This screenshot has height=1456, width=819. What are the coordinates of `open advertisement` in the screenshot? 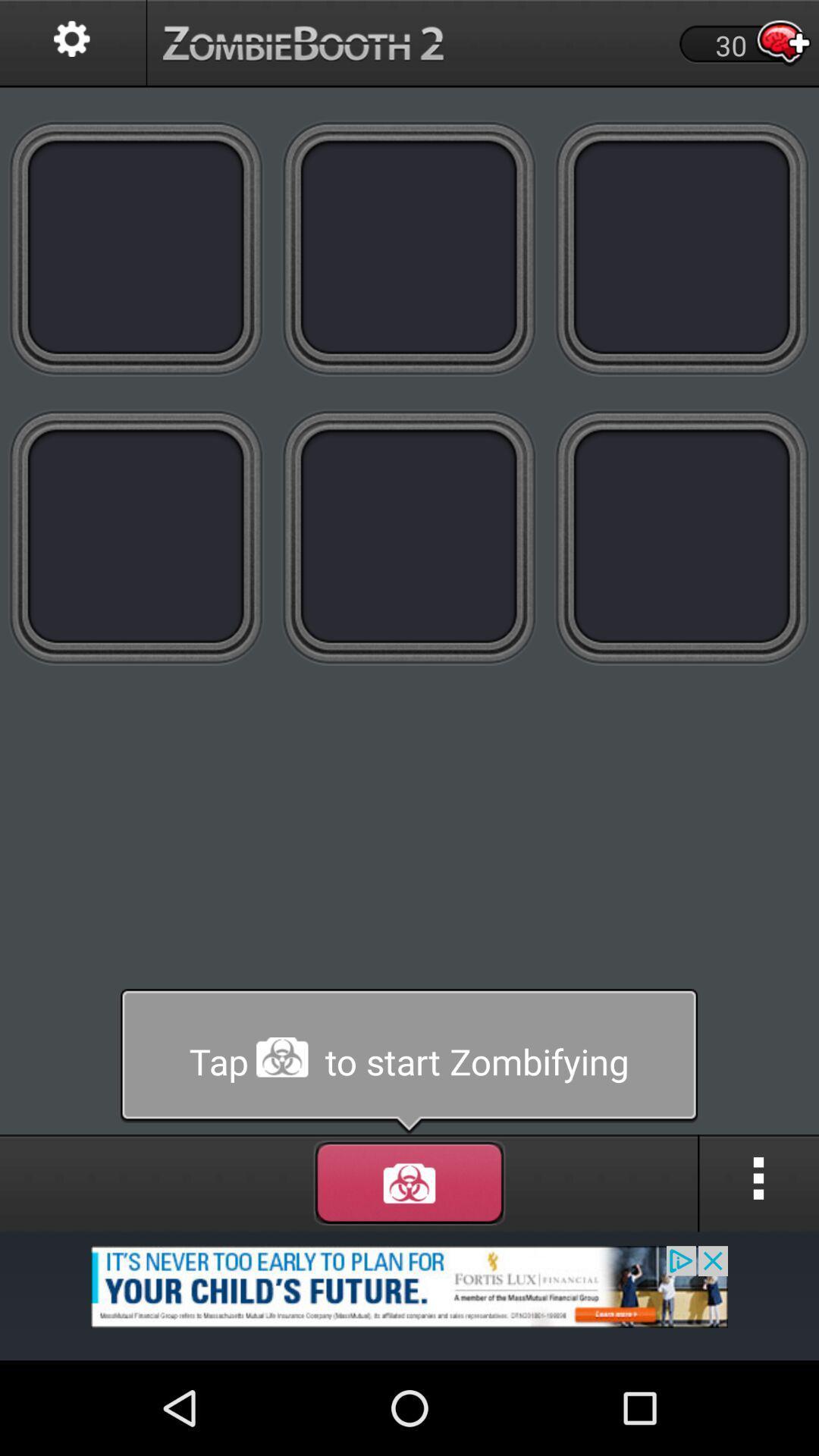 It's located at (409, 1294).